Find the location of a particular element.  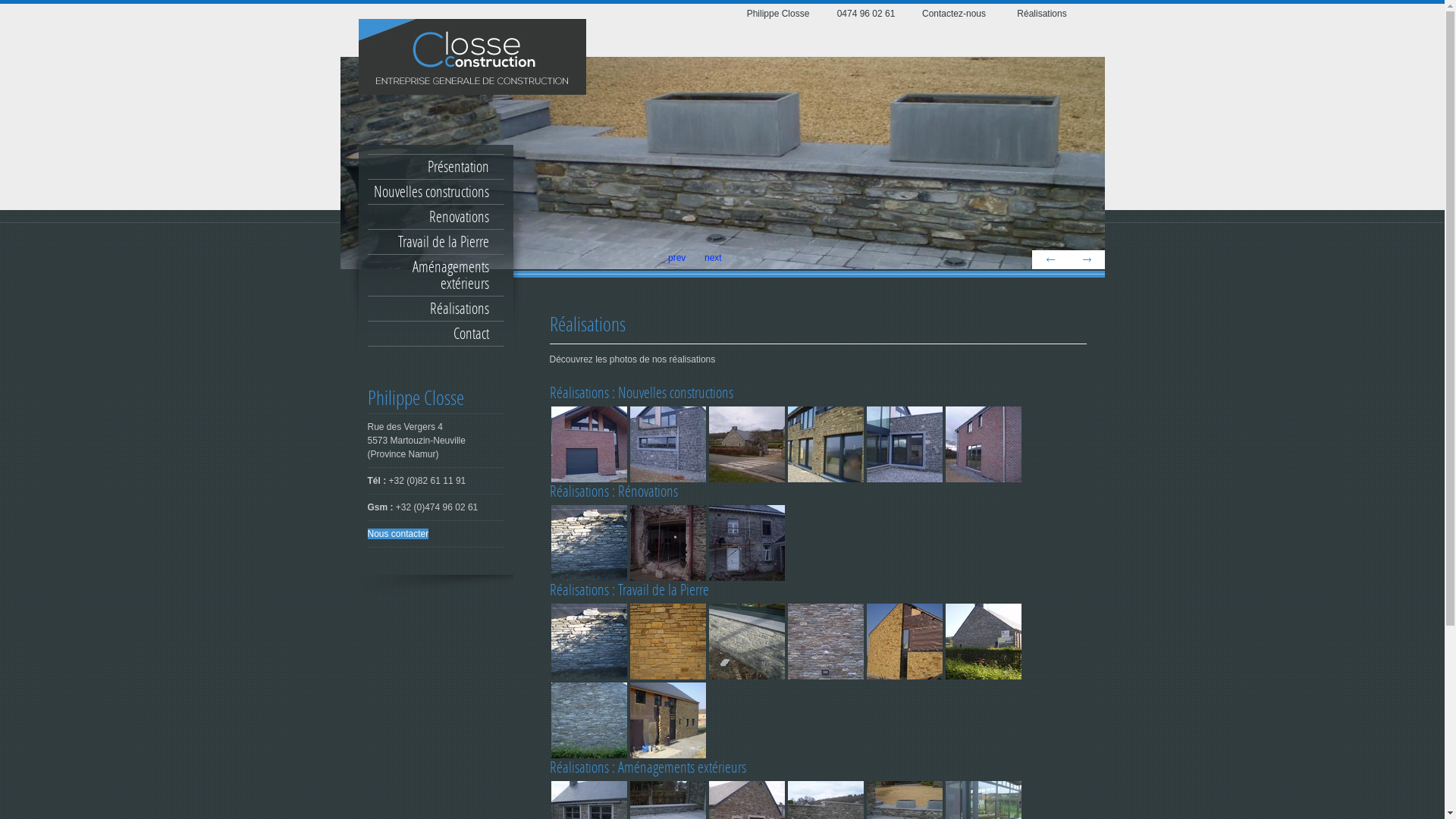

'OLYMPUS DIGITAL CAMERA         ' is located at coordinates (983, 641).